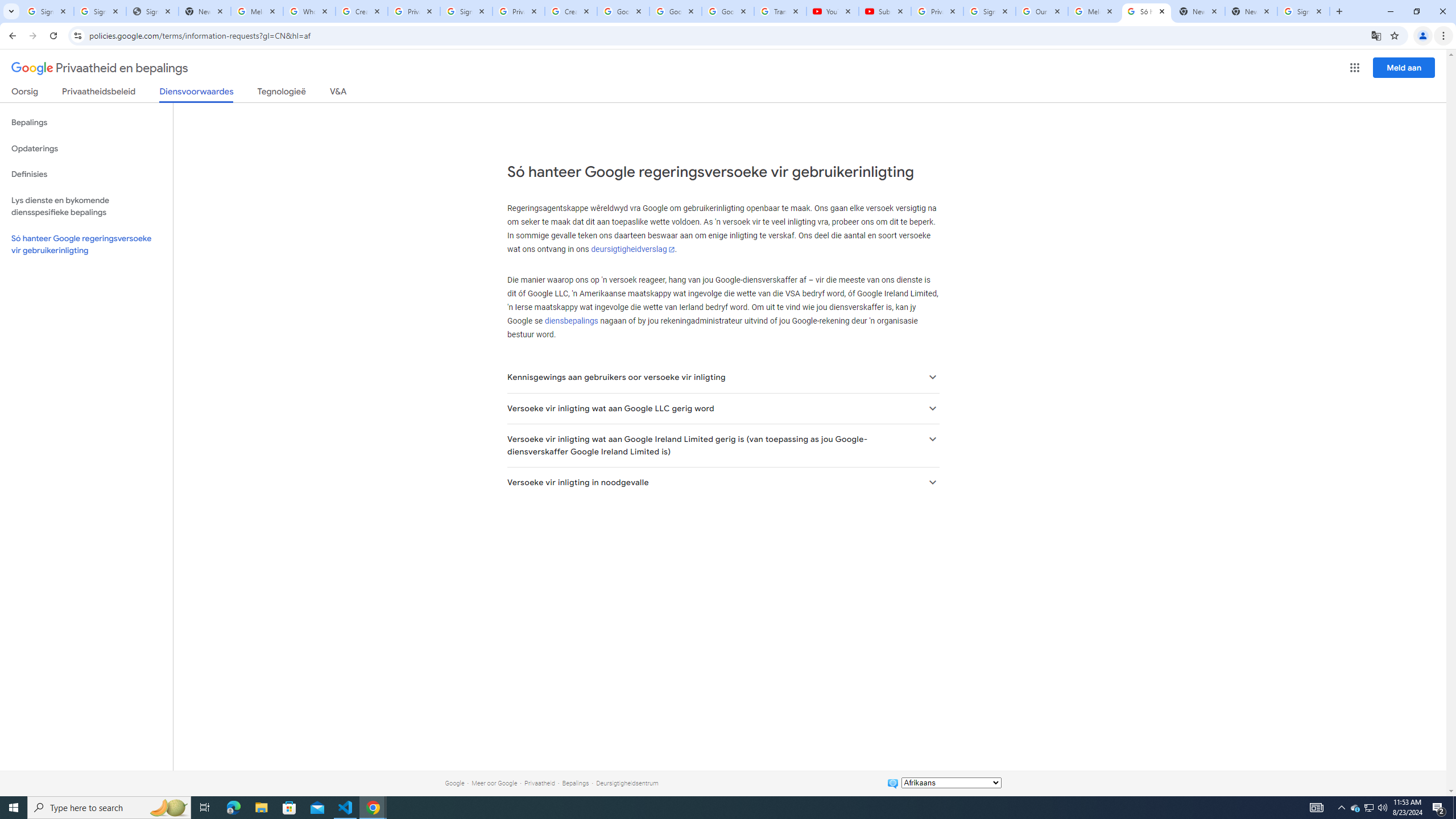  What do you see at coordinates (1303, 11) in the screenshot?
I see `'Sign in - Google Accounts'` at bounding box center [1303, 11].